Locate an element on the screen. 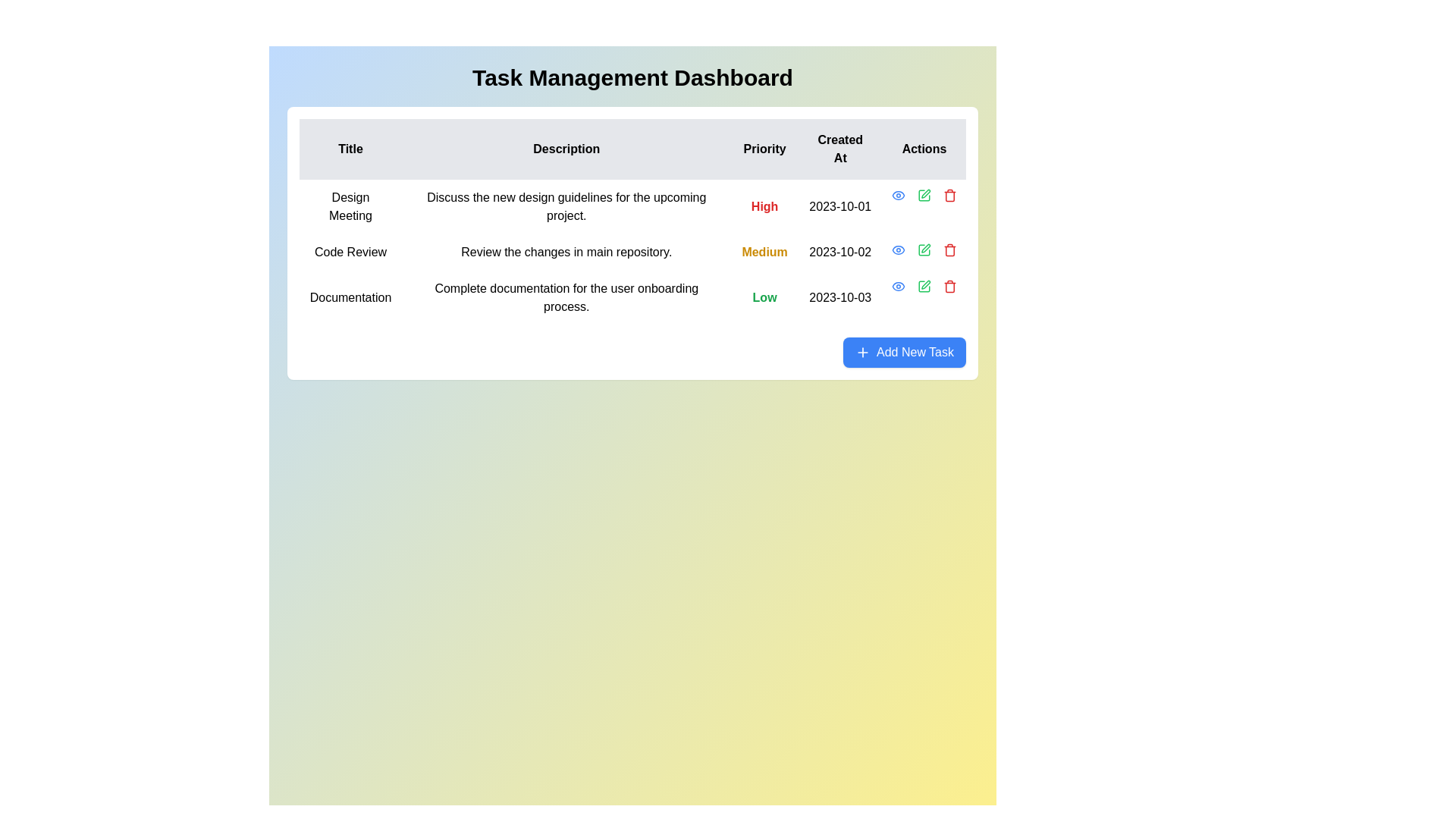 The width and height of the screenshot is (1456, 819). the pen icon in the Actions column of the Code Review row is located at coordinates (925, 193).